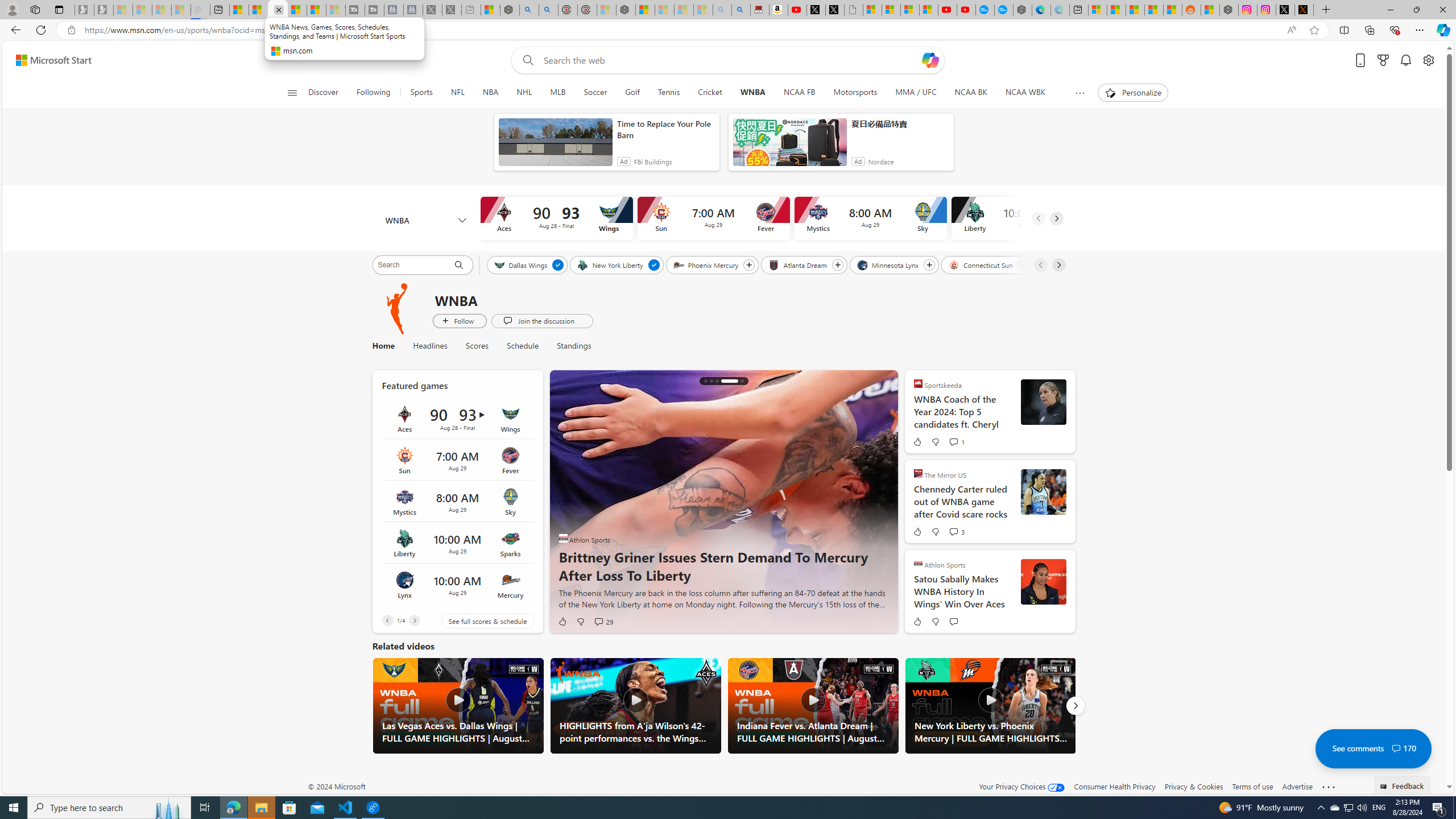 This screenshot has width=1456, height=819. I want to click on 'MMA / UFC', so click(916, 92).